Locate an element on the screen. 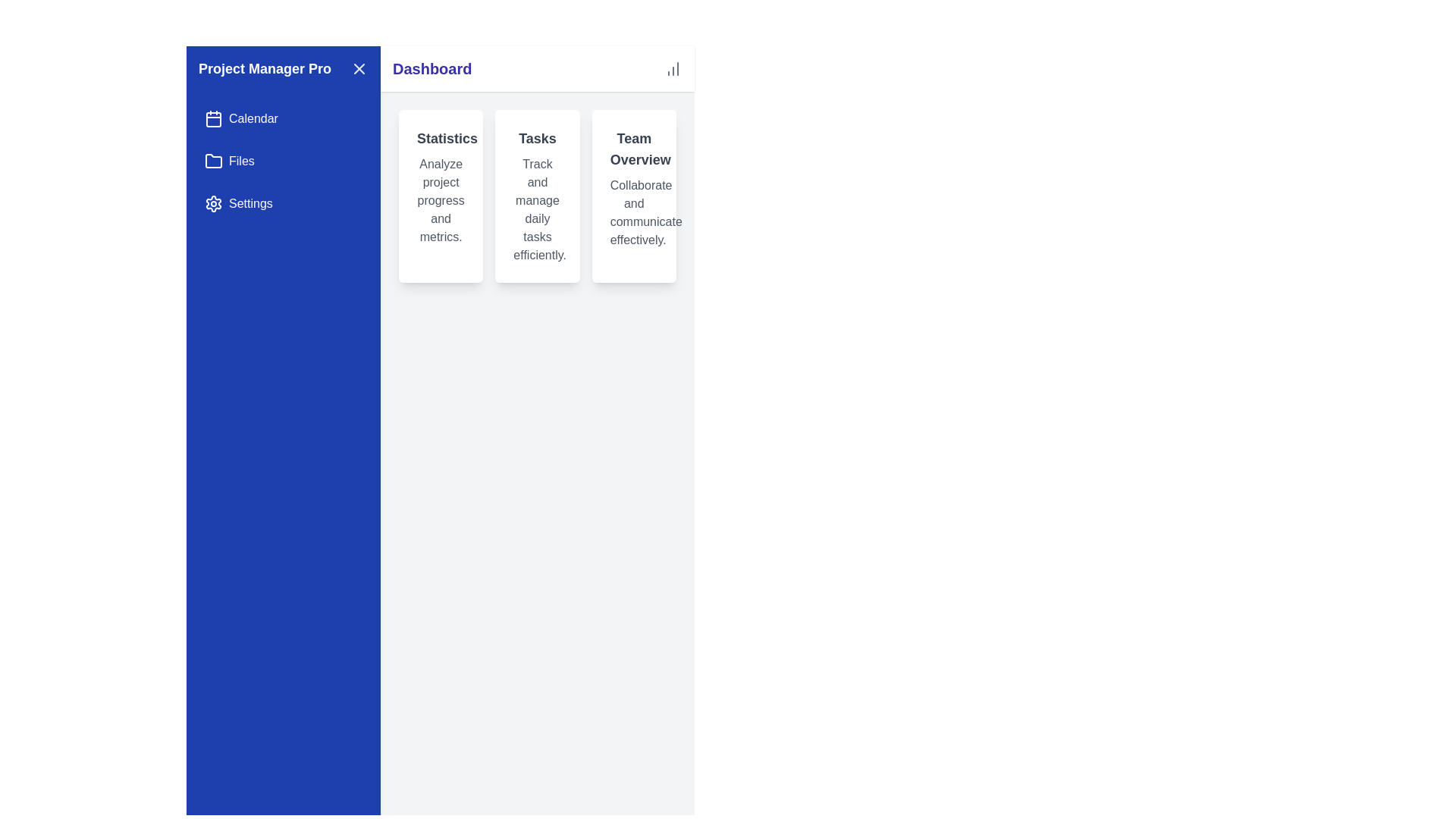  the Information card, which is the second card in a three-card layout between 'Statistics' and 'Team Overview' is located at coordinates (538, 195).